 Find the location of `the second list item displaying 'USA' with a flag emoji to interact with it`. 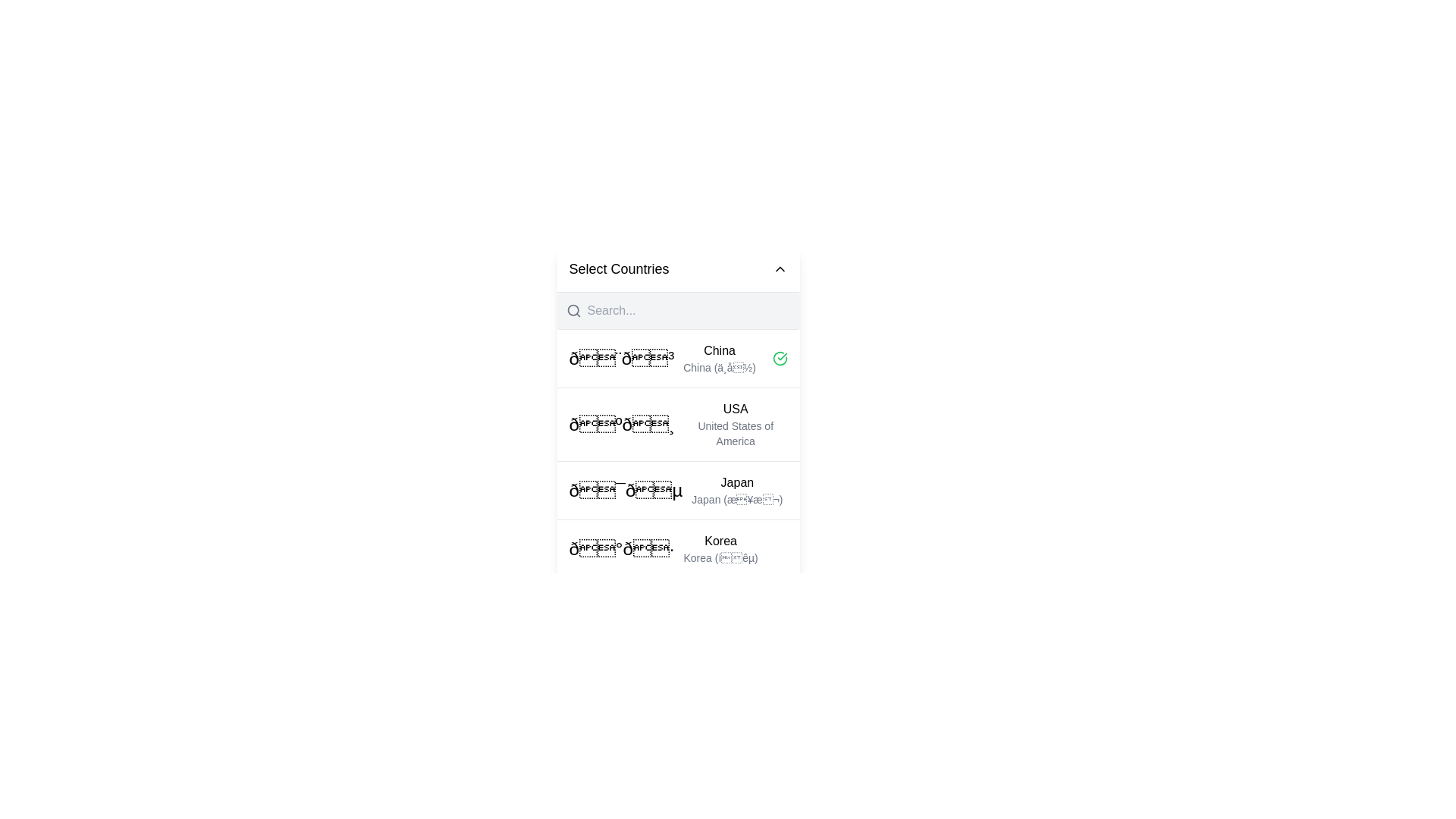

the second list item displaying 'USA' with a flag emoji to interact with it is located at coordinates (677, 453).